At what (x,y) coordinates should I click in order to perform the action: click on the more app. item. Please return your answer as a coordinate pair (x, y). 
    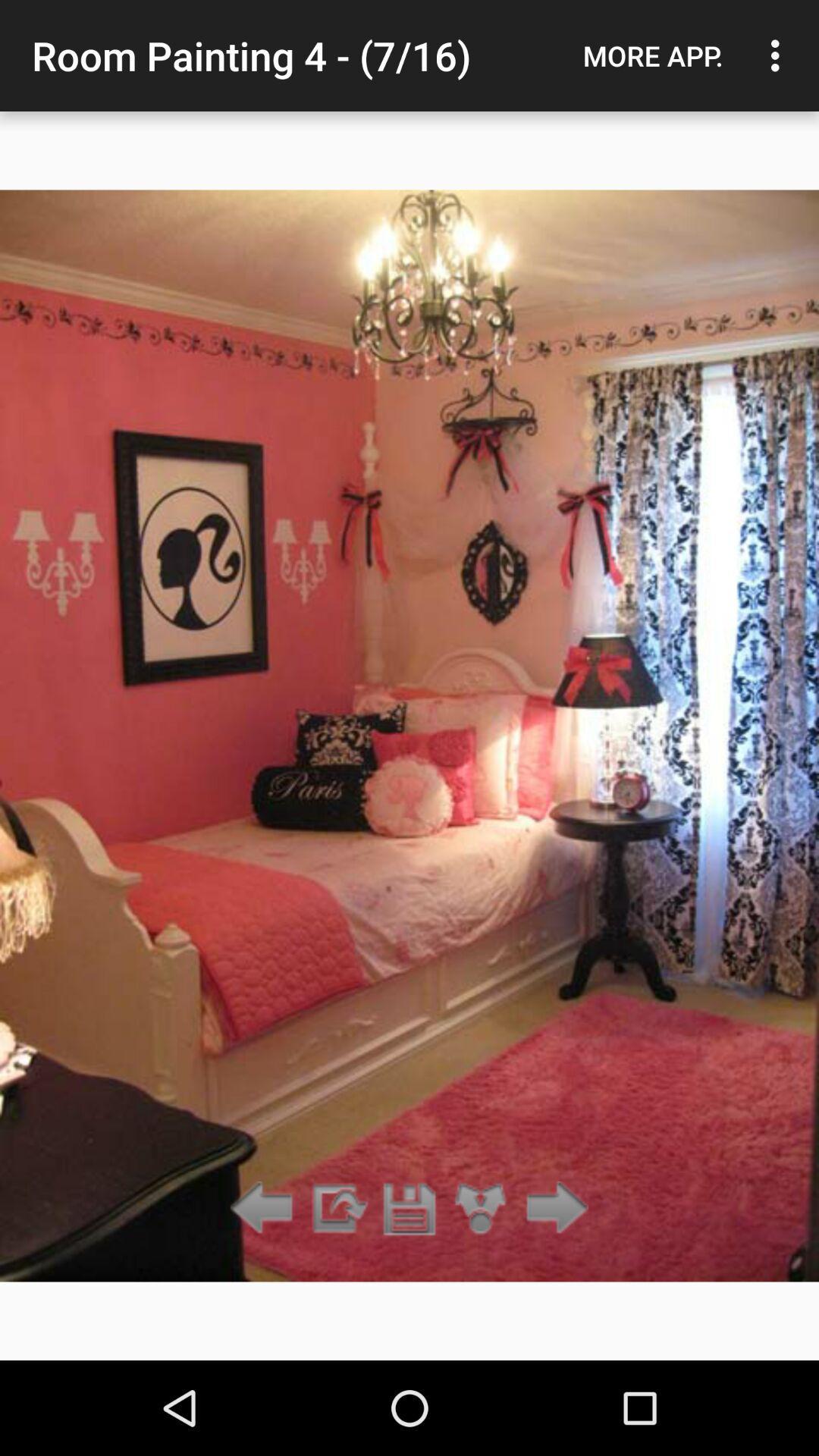
    Looking at the image, I should click on (652, 55).